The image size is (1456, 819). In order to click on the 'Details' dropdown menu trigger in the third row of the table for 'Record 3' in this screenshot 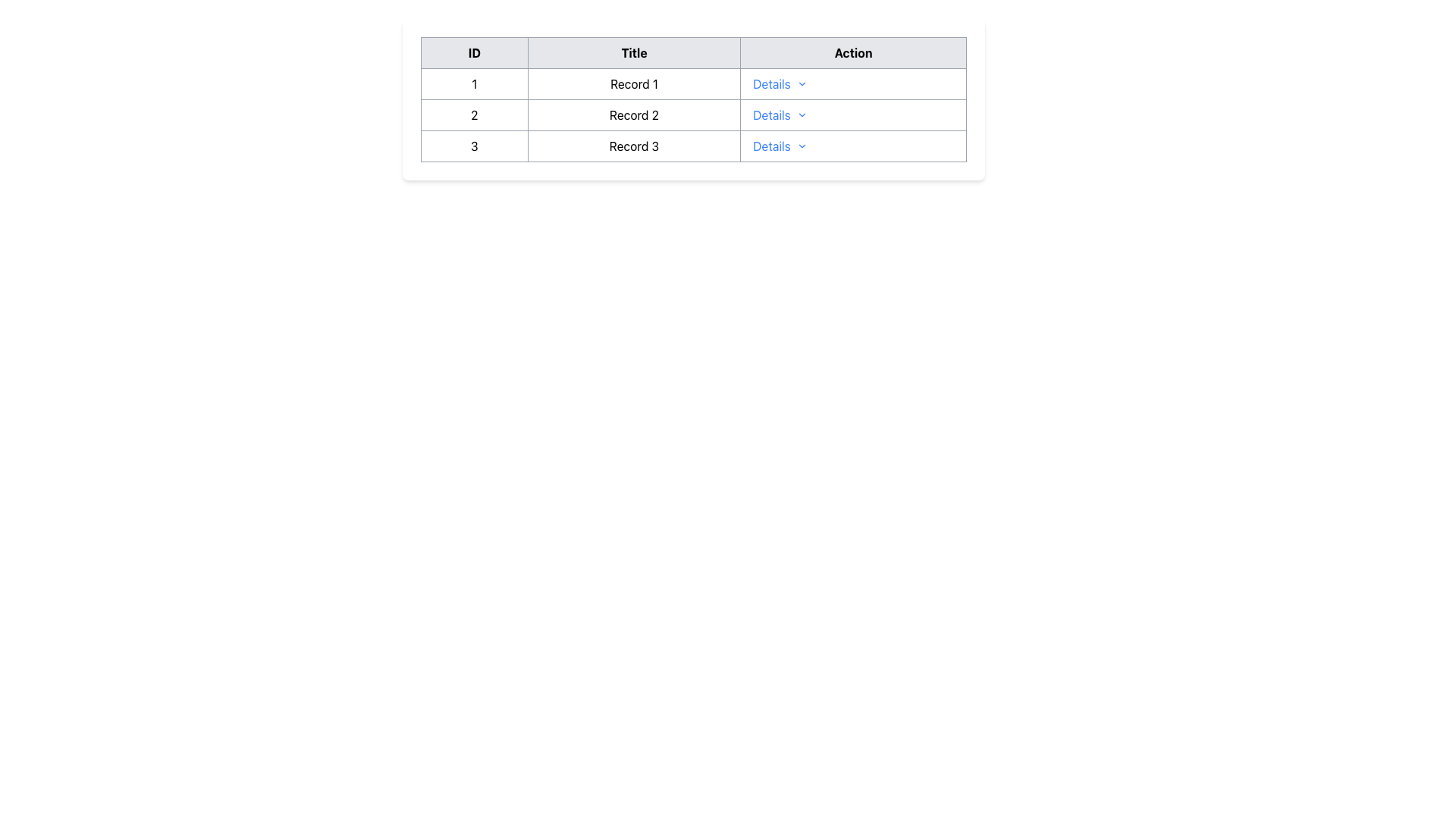, I will do `click(853, 146)`.